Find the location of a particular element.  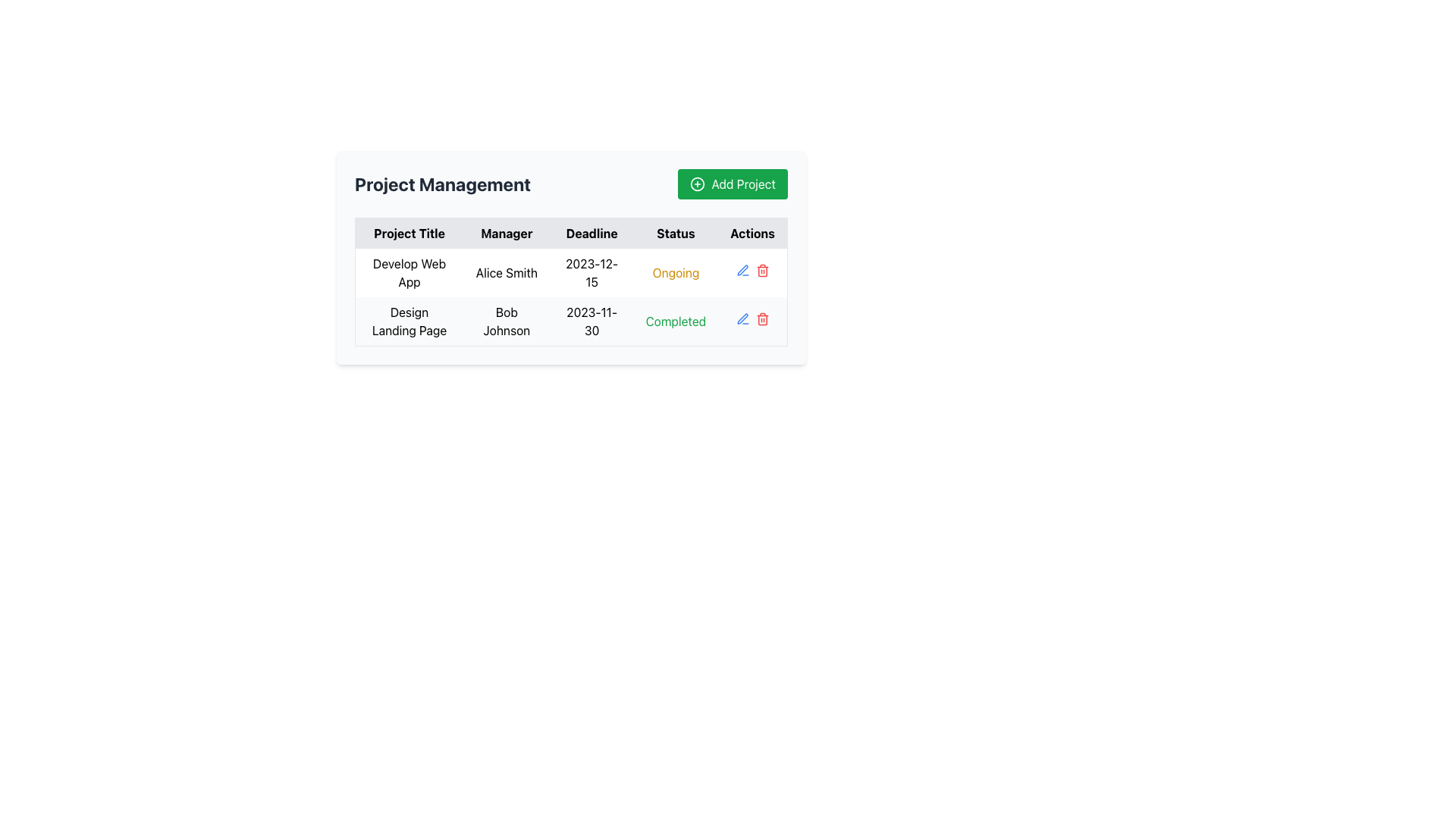

the 'Manager' column header in the table labeled 'Project Management', which is positioned between 'Project Title' and 'Deadline' is located at coordinates (507, 233).